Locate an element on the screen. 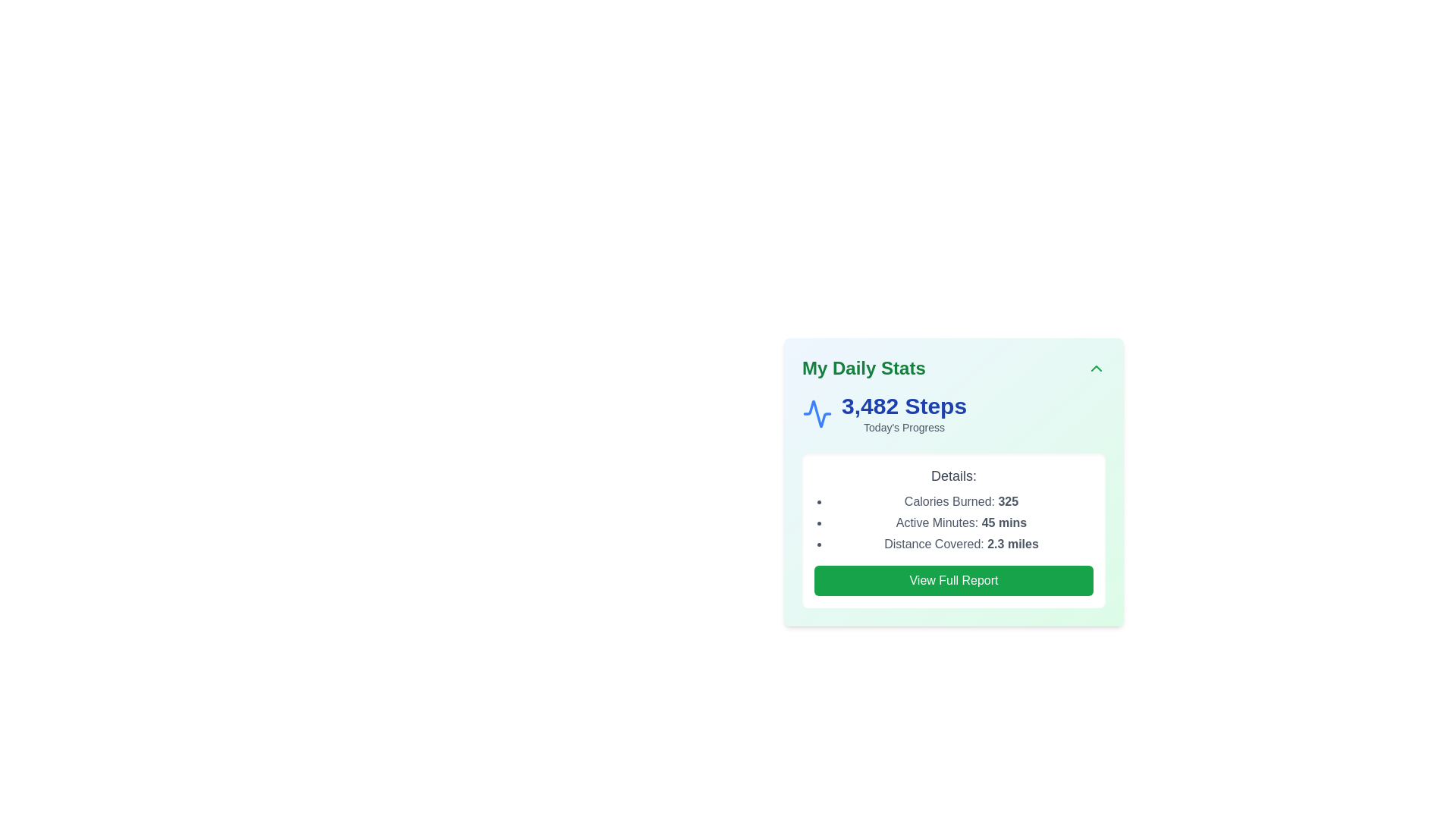 The image size is (1456, 819). the text label displaying '2.3 miles' in bold, which is part of the summary line under 'My Daily Stats' is located at coordinates (1012, 543).